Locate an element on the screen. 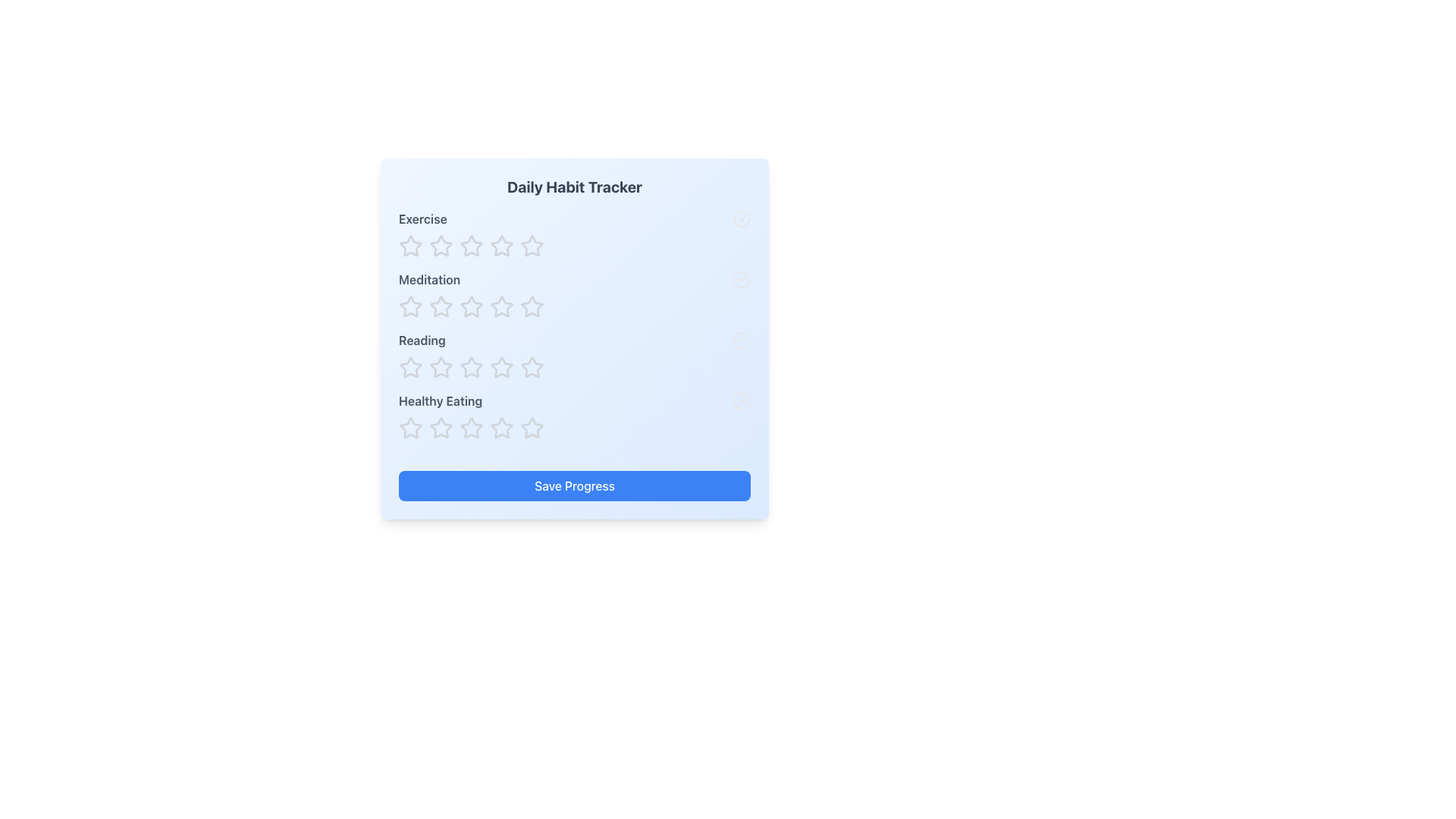  the second star-shaped rating icon in the horizontal row of five stars to rate the 'Exercise' task with two stars is located at coordinates (501, 245).